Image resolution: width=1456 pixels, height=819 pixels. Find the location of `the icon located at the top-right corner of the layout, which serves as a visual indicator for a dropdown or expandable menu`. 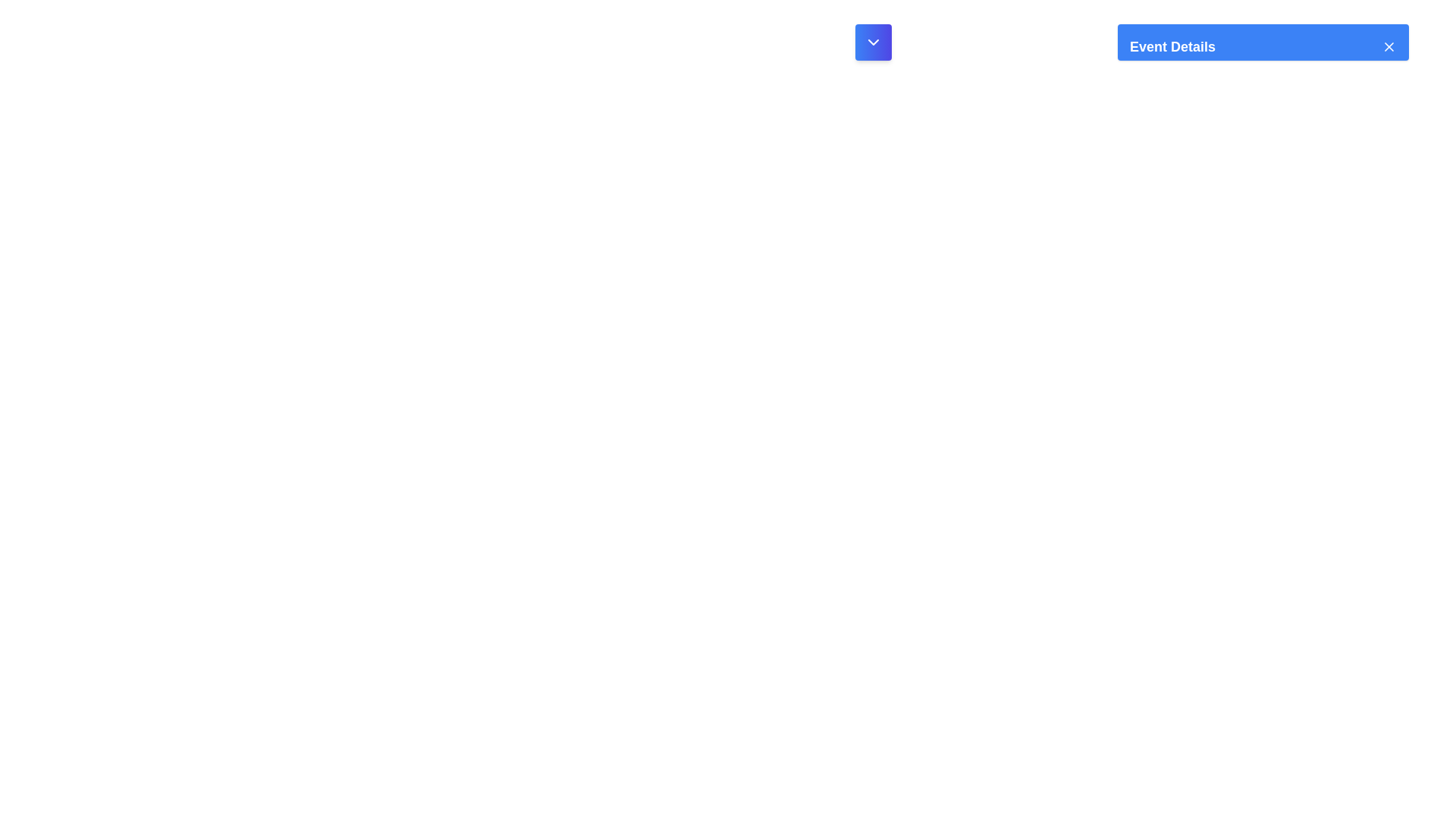

the icon located at the top-right corner of the layout, which serves as a visual indicator for a dropdown or expandable menu is located at coordinates (874, 42).